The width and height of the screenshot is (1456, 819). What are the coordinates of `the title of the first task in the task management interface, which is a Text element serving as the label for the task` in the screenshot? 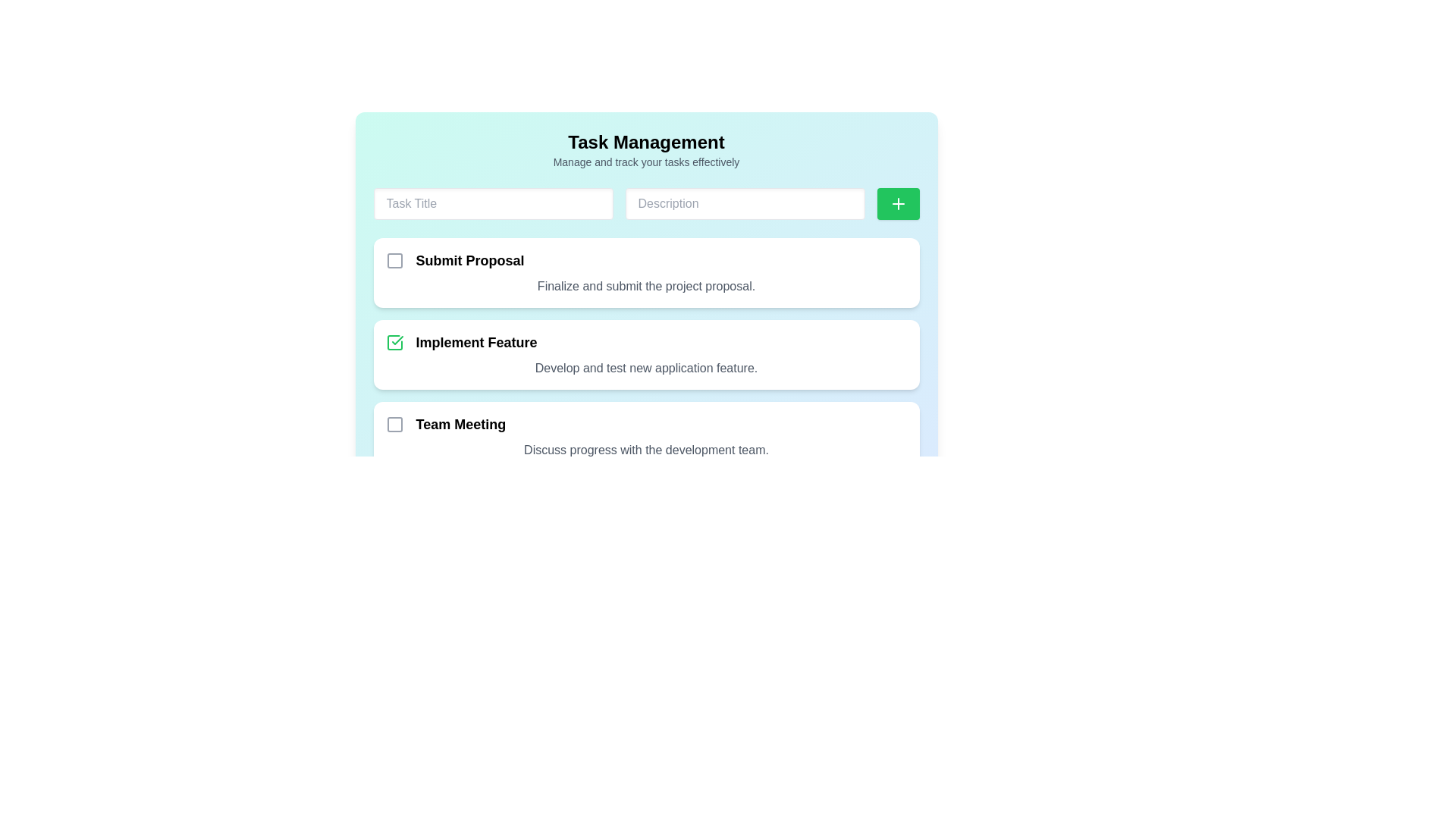 It's located at (469, 259).